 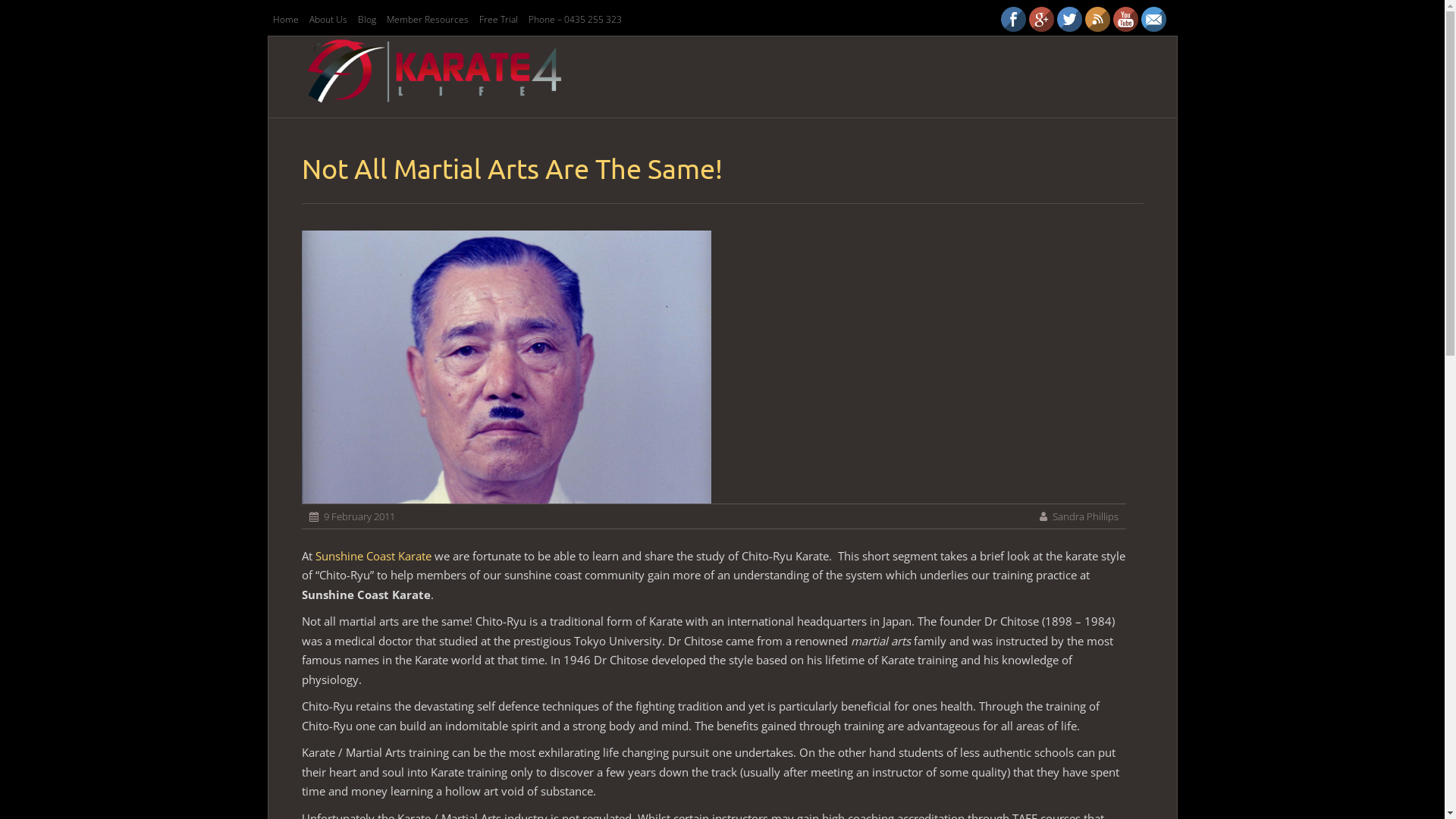 What do you see at coordinates (304, 19) in the screenshot?
I see `'About Us'` at bounding box center [304, 19].